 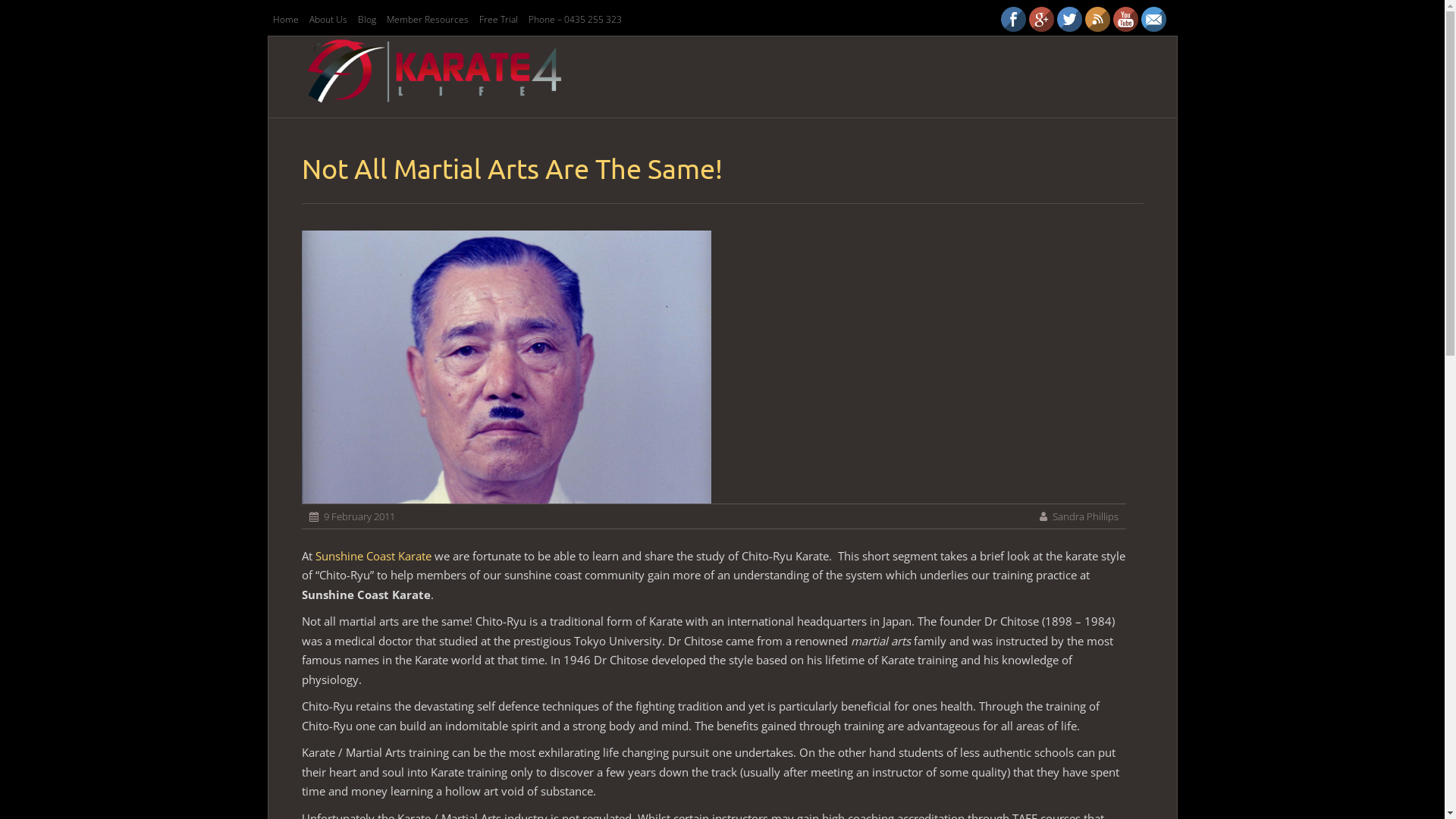 What do you see at coordinates (304, 19) in the screenshot?
I see `'About Us'` at bounding box center [304, 19].